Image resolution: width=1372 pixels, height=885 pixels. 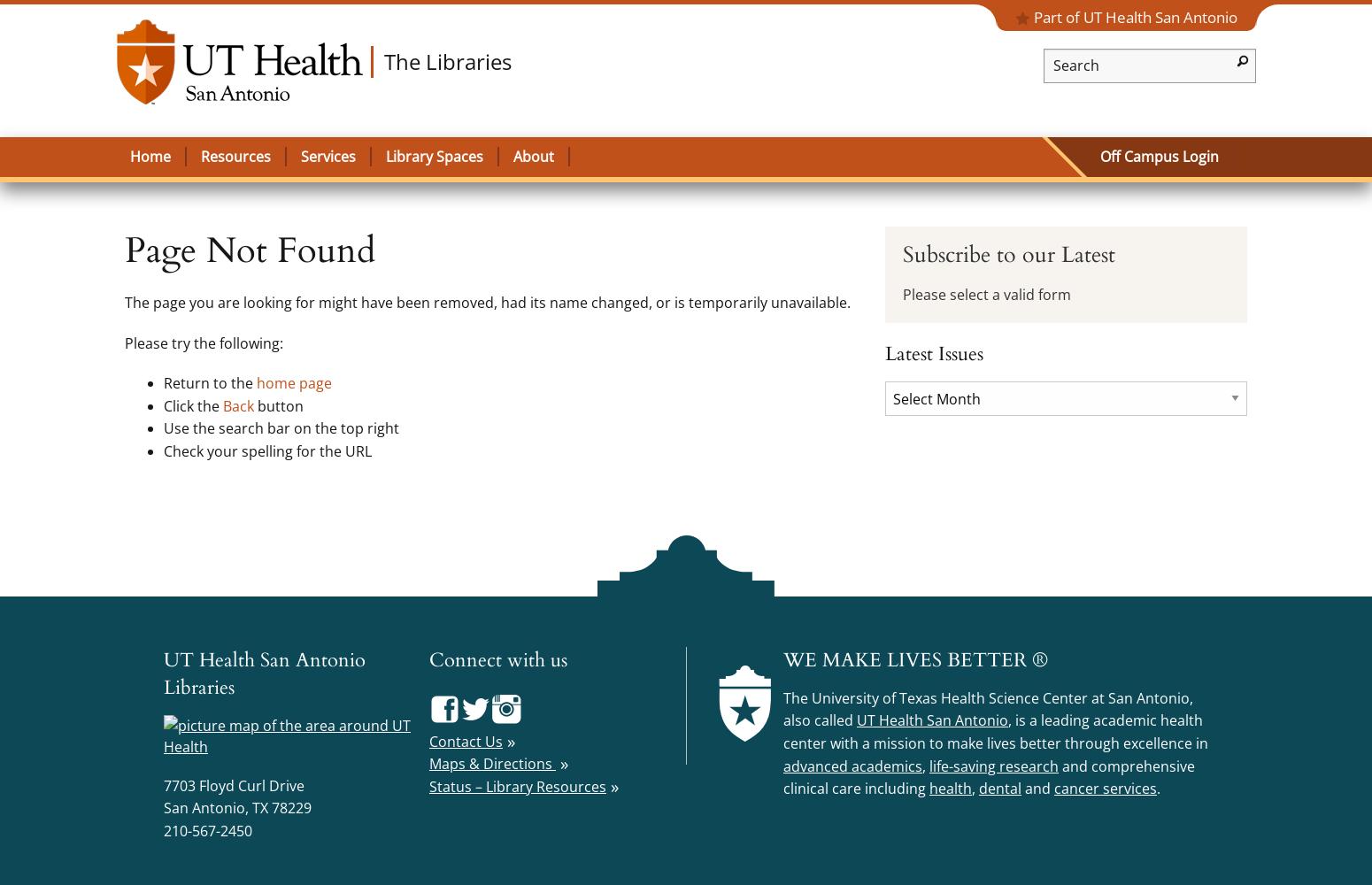 What do you see at coordinates (915, 659) in the screenshot?
I see `'WE MAKE LIVES BETTER ®'` at bounding box center [915, 659].